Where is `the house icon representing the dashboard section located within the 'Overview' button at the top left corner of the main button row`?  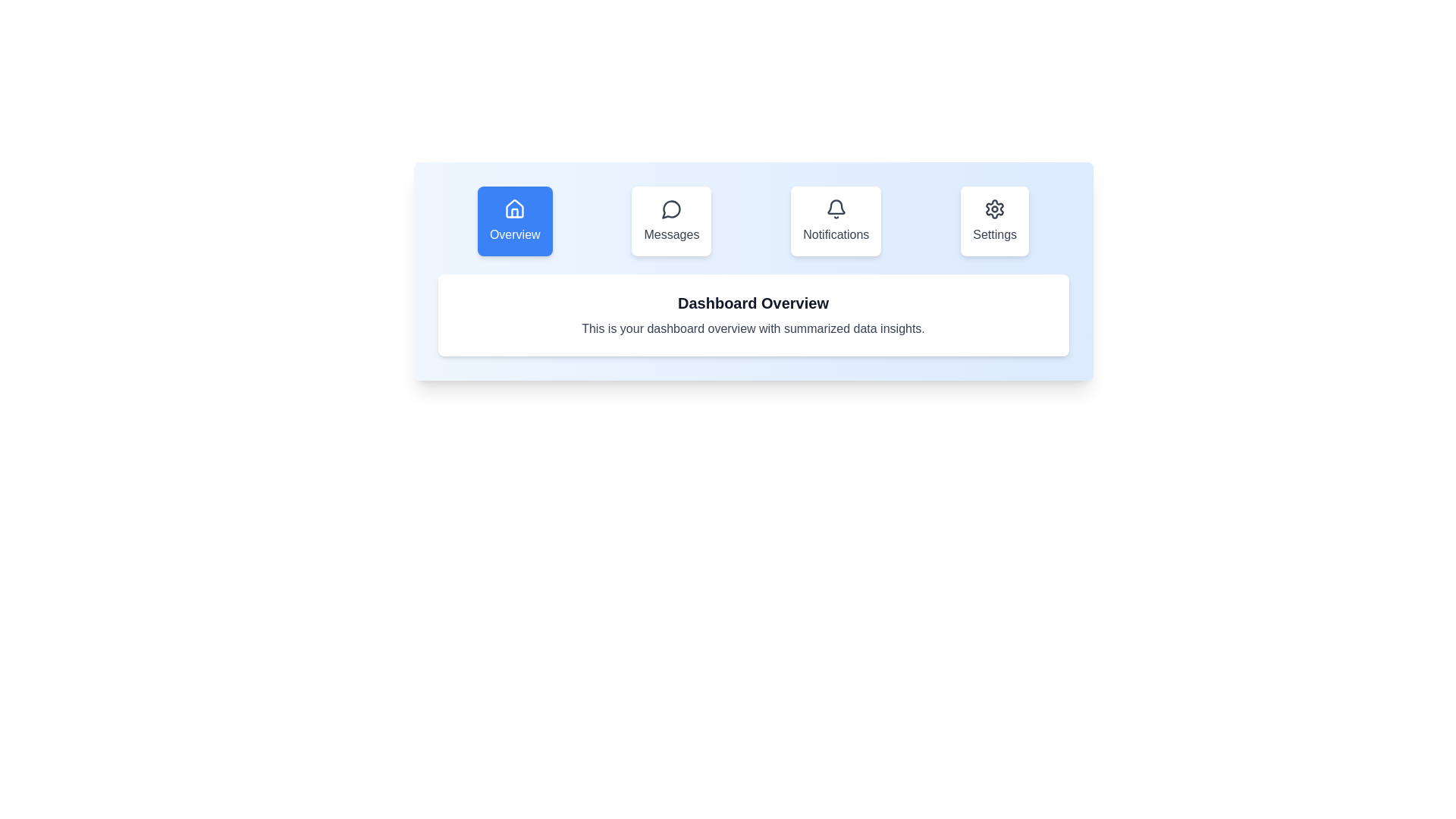
the house icon representing the dashboard section located within the 'Overview' button at the top left corner of the main button row is located at coordinates (515, 209).